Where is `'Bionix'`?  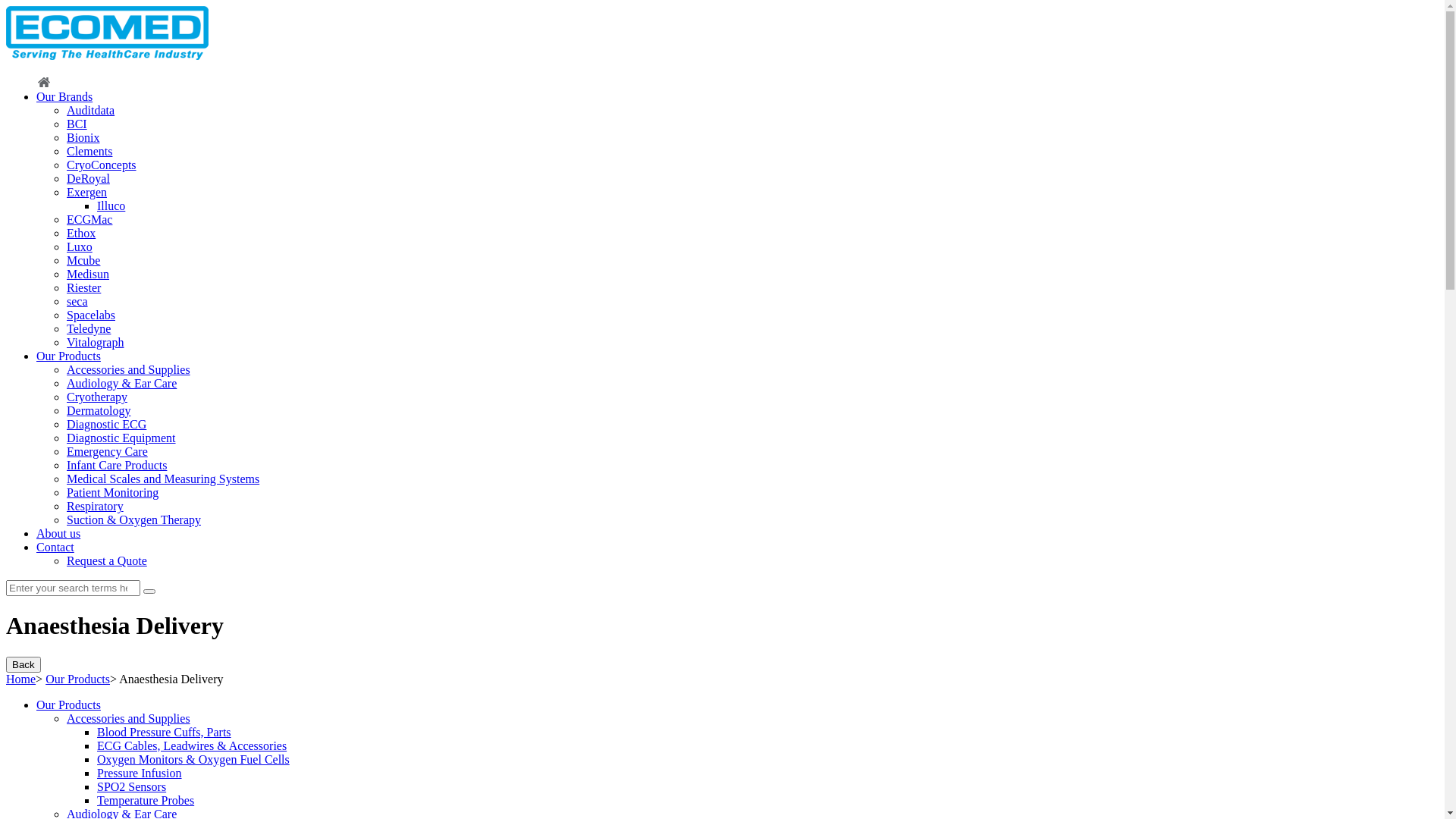
'Bionix' is located at coordinates (65, 137).